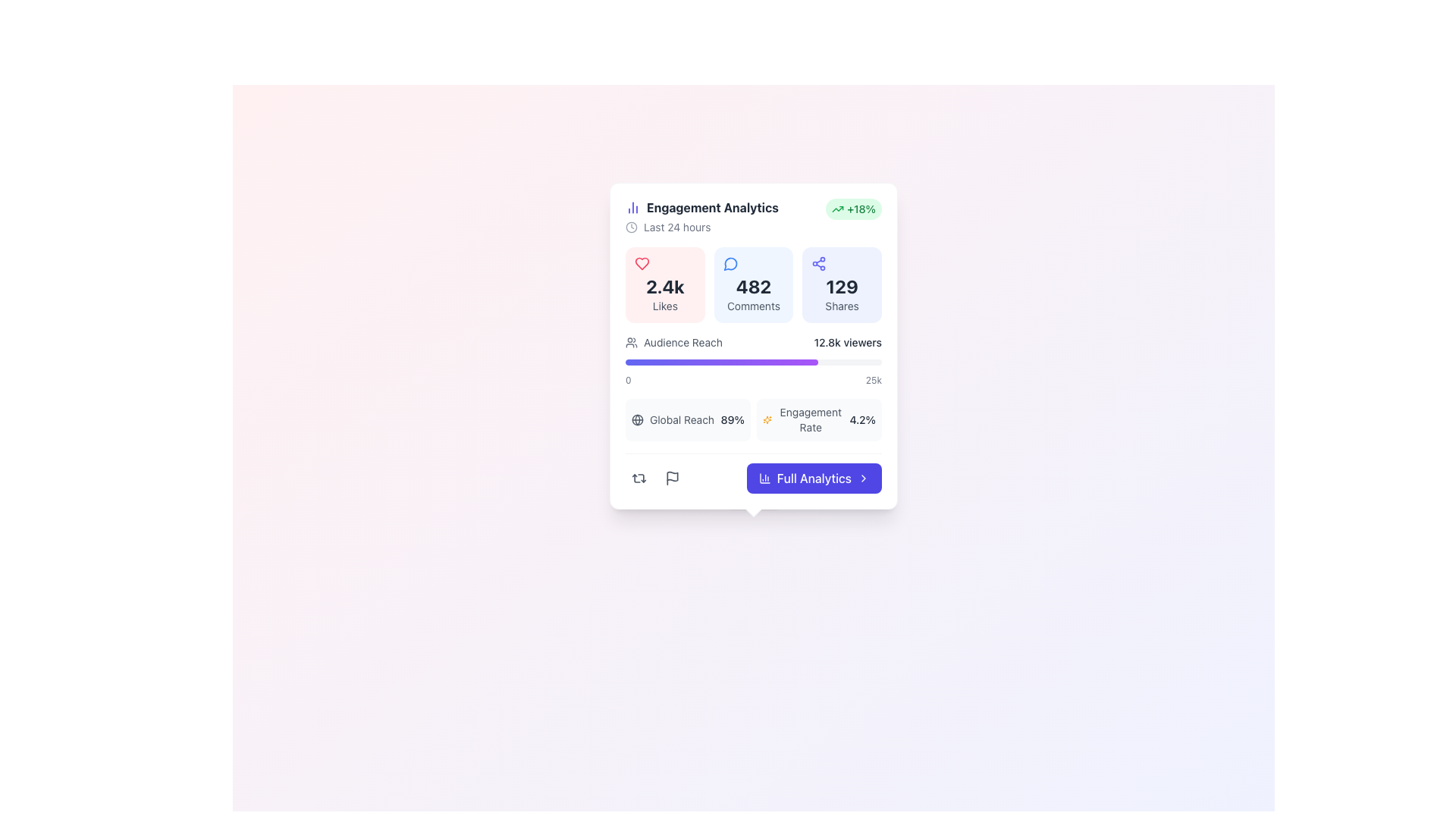 The width and height of the screenshot is (1456, 819). Describe the element at coordinates (720, 362) in the screenshot. I see `the Progress bar segment indicating the 'Audience Reach' metric, located below the label and above the numerical scale` at that location.